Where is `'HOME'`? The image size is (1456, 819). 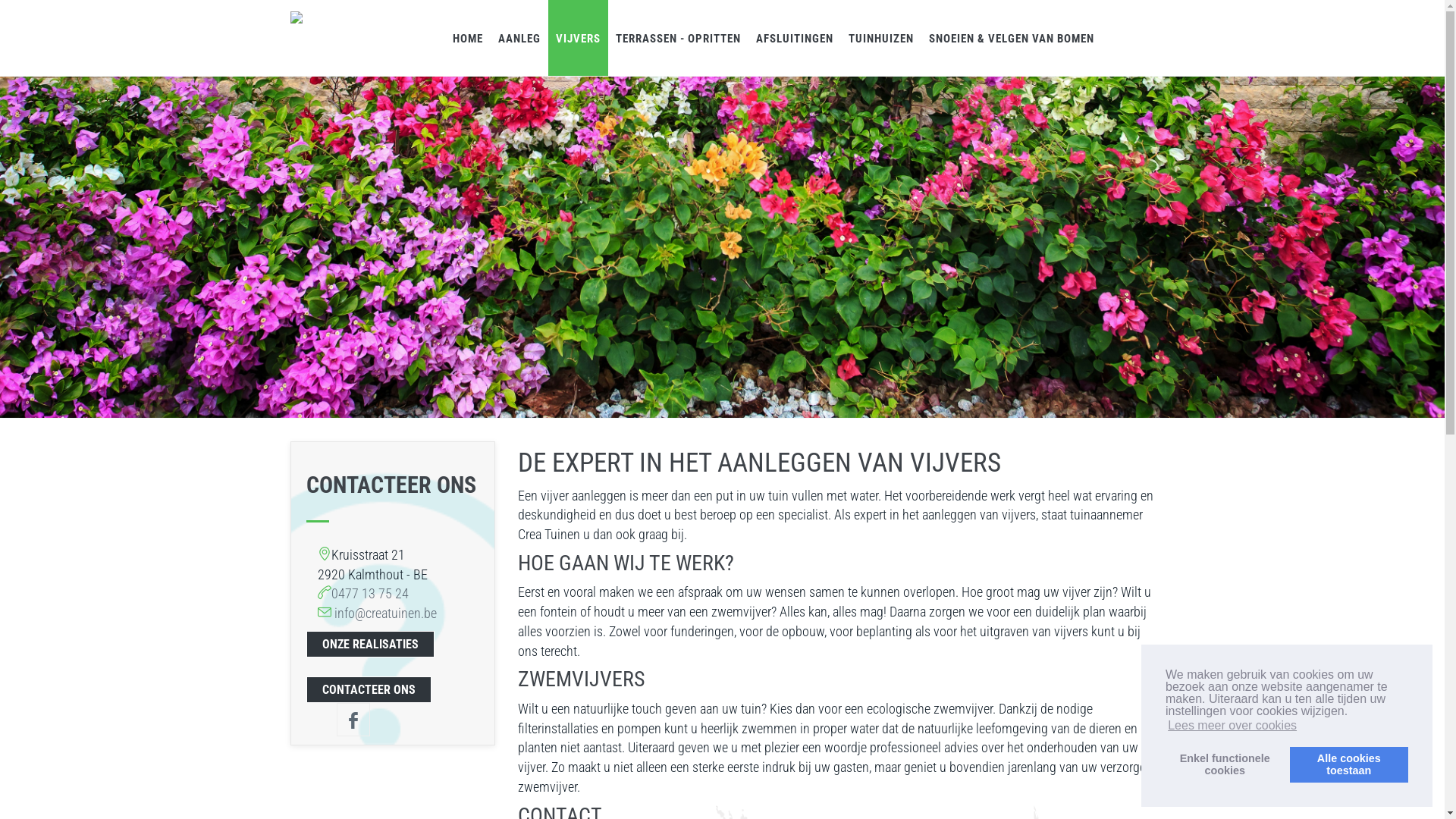
'HOME' is located at coordinates (466, 37).